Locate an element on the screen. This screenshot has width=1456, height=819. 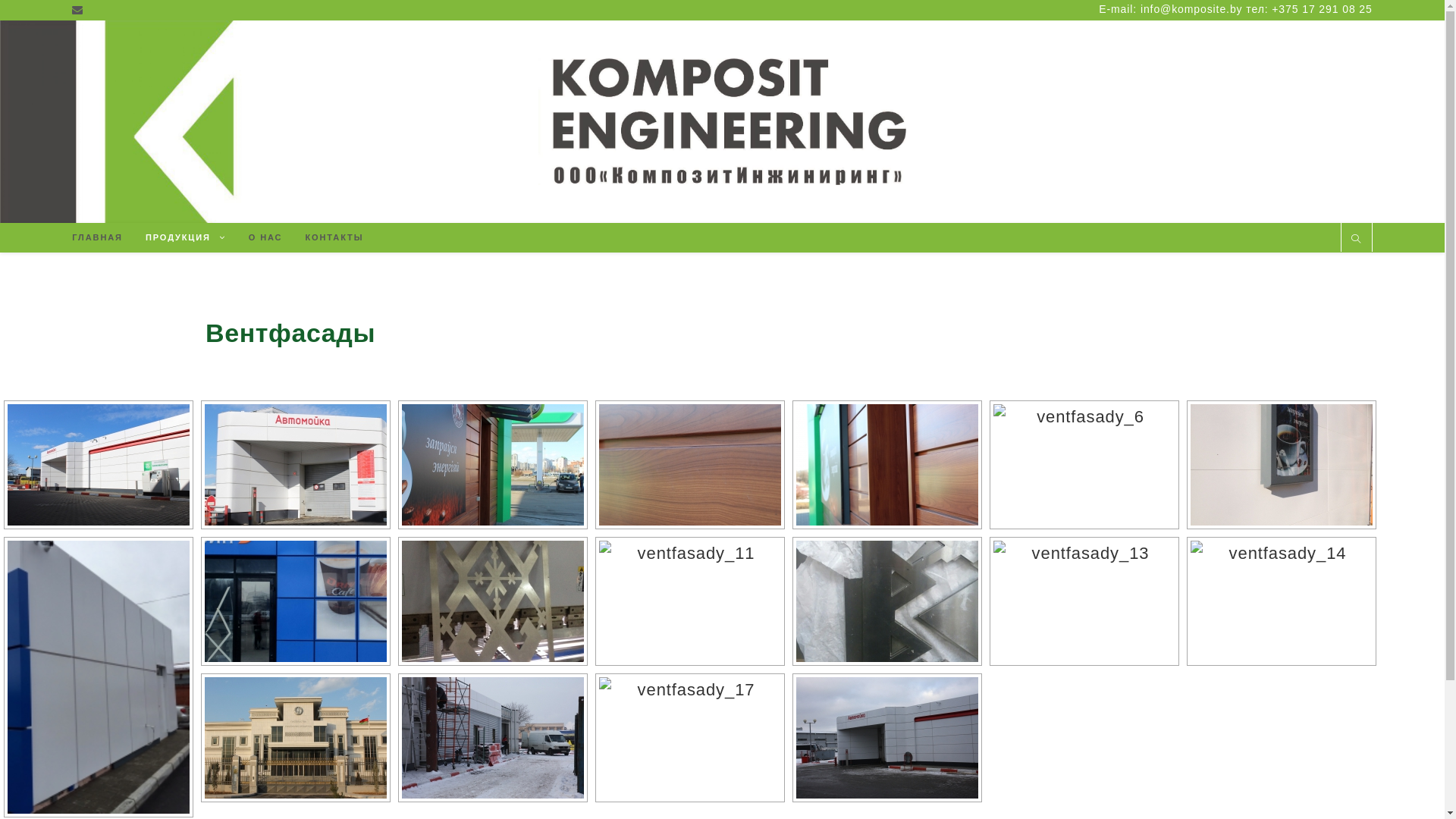
'ventfasady_11' is located at coordinates (689, 601).